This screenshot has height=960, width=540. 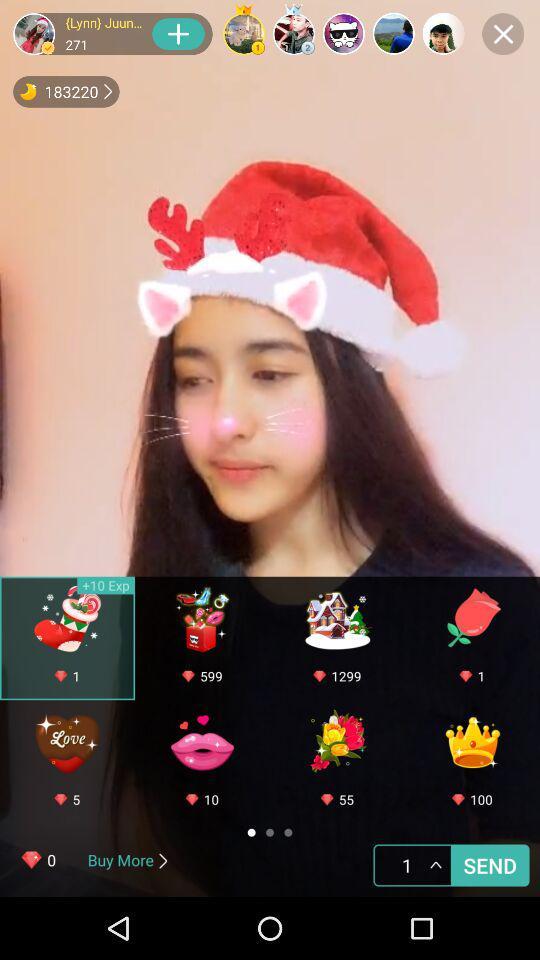 What do you see at coordinates (33, 33) in the screenshot?
I see `the avatar icon` at bounding box center [33, 33].